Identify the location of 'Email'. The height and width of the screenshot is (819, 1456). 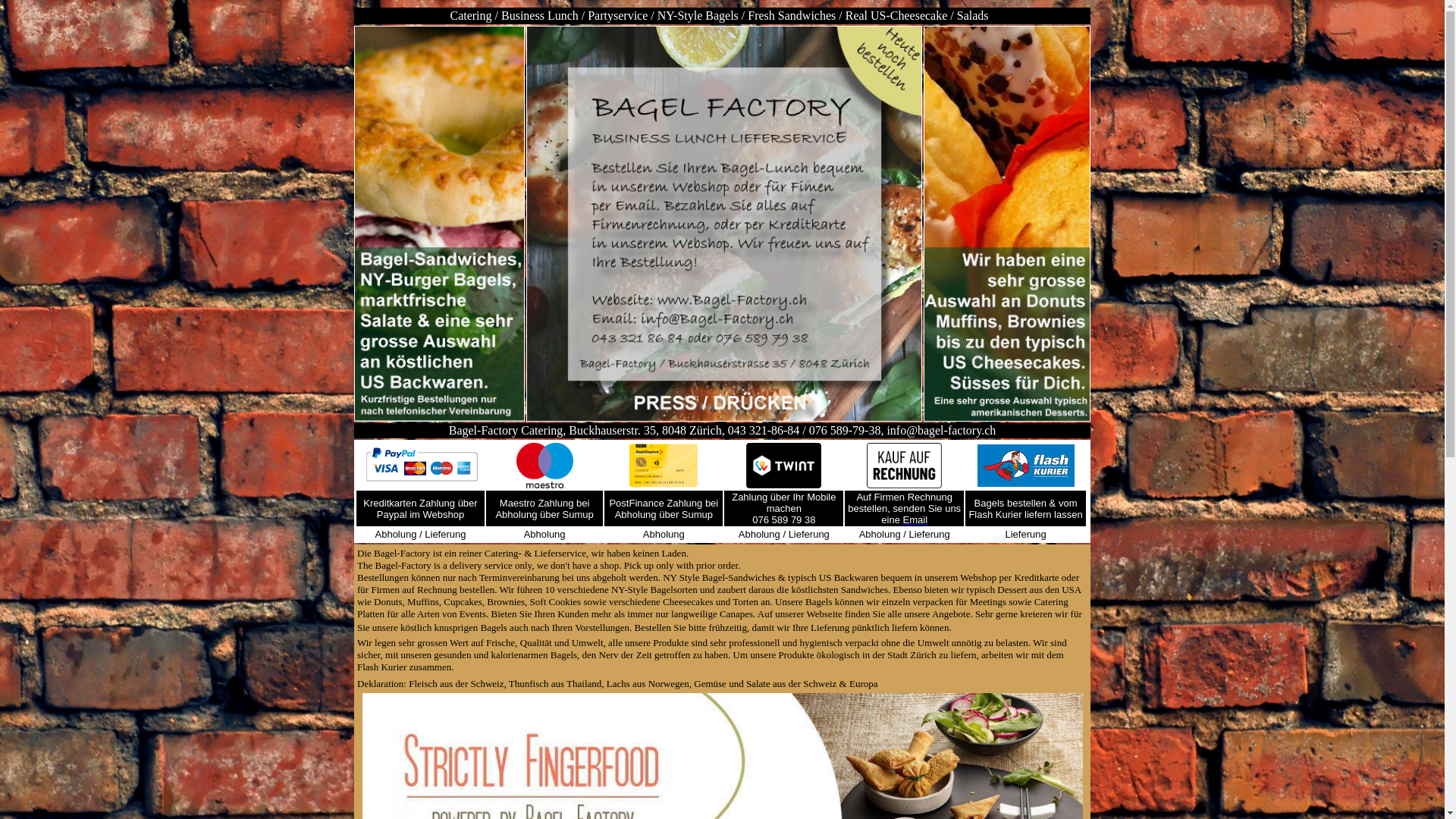
(915, 519).